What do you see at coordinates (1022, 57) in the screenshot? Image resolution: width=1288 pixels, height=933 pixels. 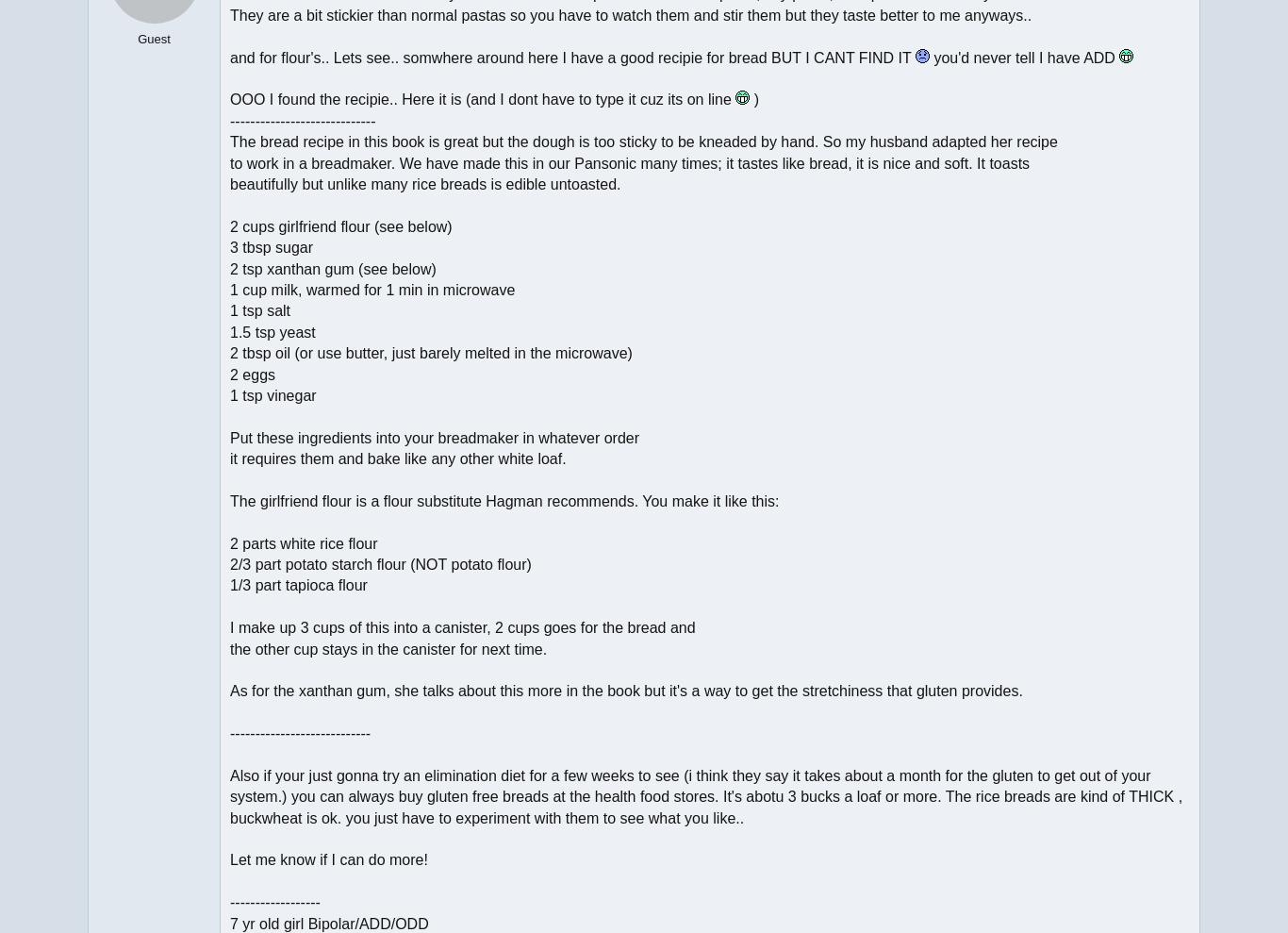 I see `'you'd never tell I have ADD'` at bounding box center [1022, 57].